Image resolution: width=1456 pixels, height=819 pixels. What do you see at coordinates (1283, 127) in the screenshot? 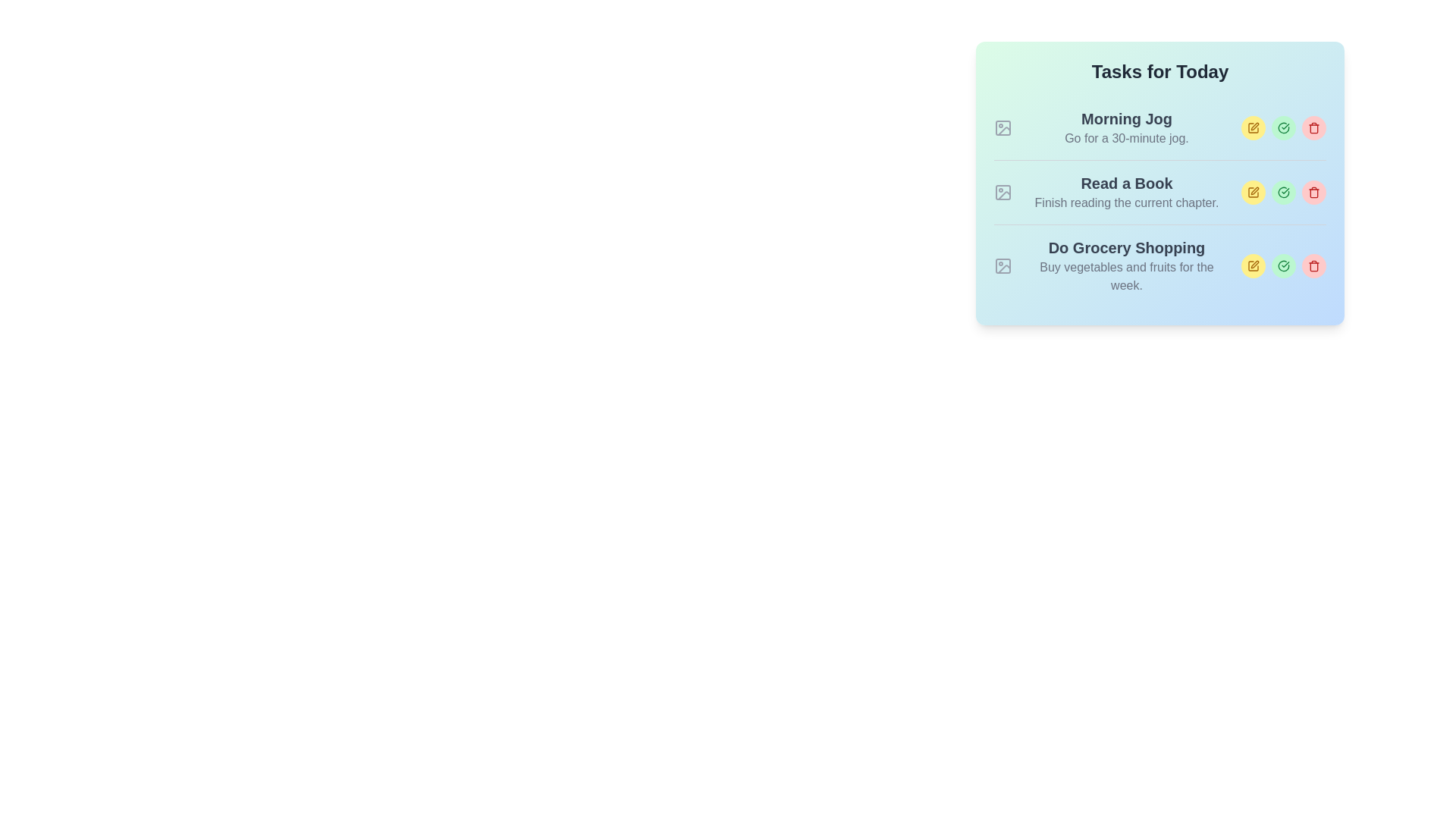
I see `the second button to the right of 'Morning Jog' in the 'Tasks for Today' section to mark the associated task as completed` at bounding box center [1283, 127].